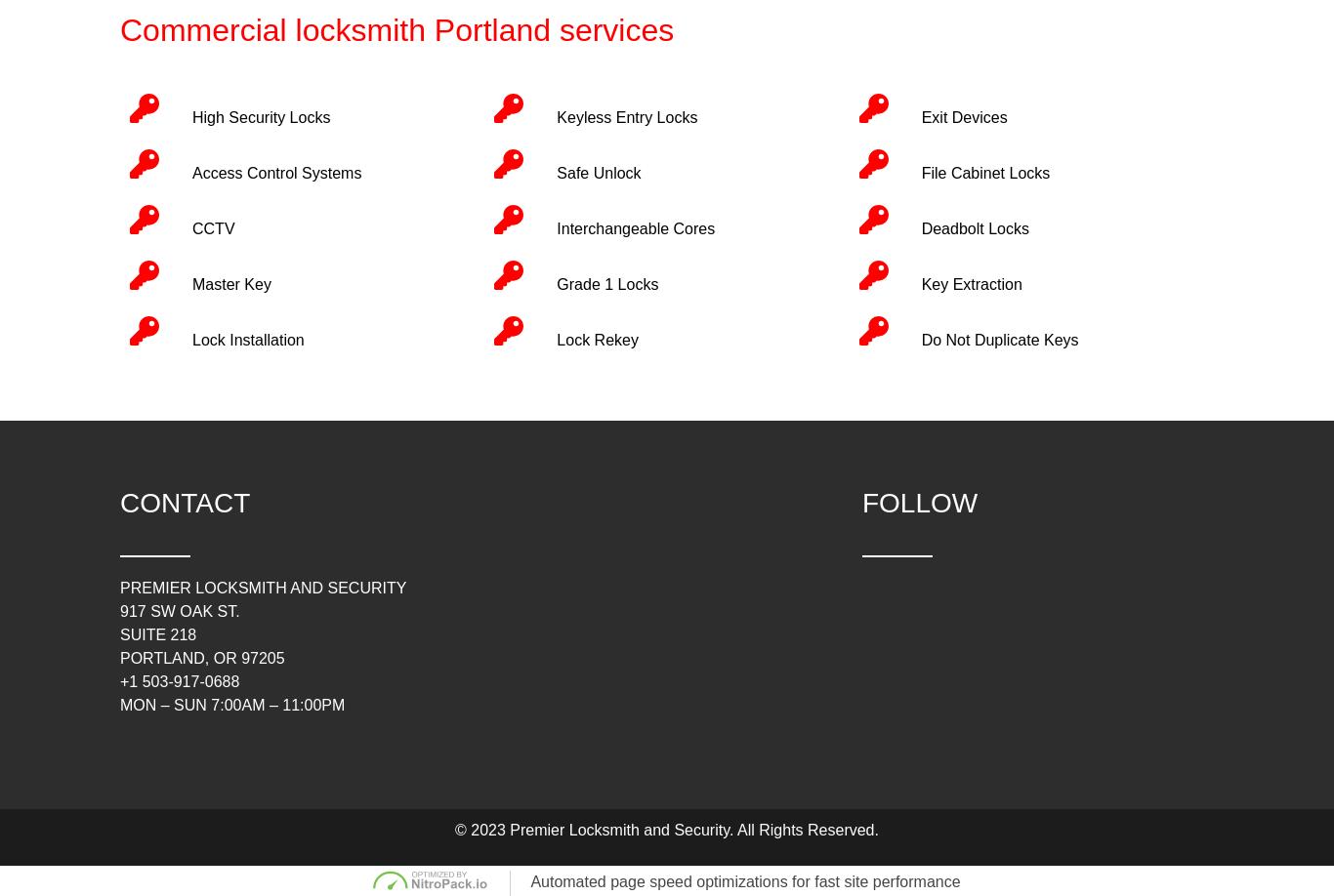 The height and width of the screenshot is (896, 1334). Describe the element at coordinates (118, 586) in the screenshot. I see `'Premier Locksmith and Security'` at that location.